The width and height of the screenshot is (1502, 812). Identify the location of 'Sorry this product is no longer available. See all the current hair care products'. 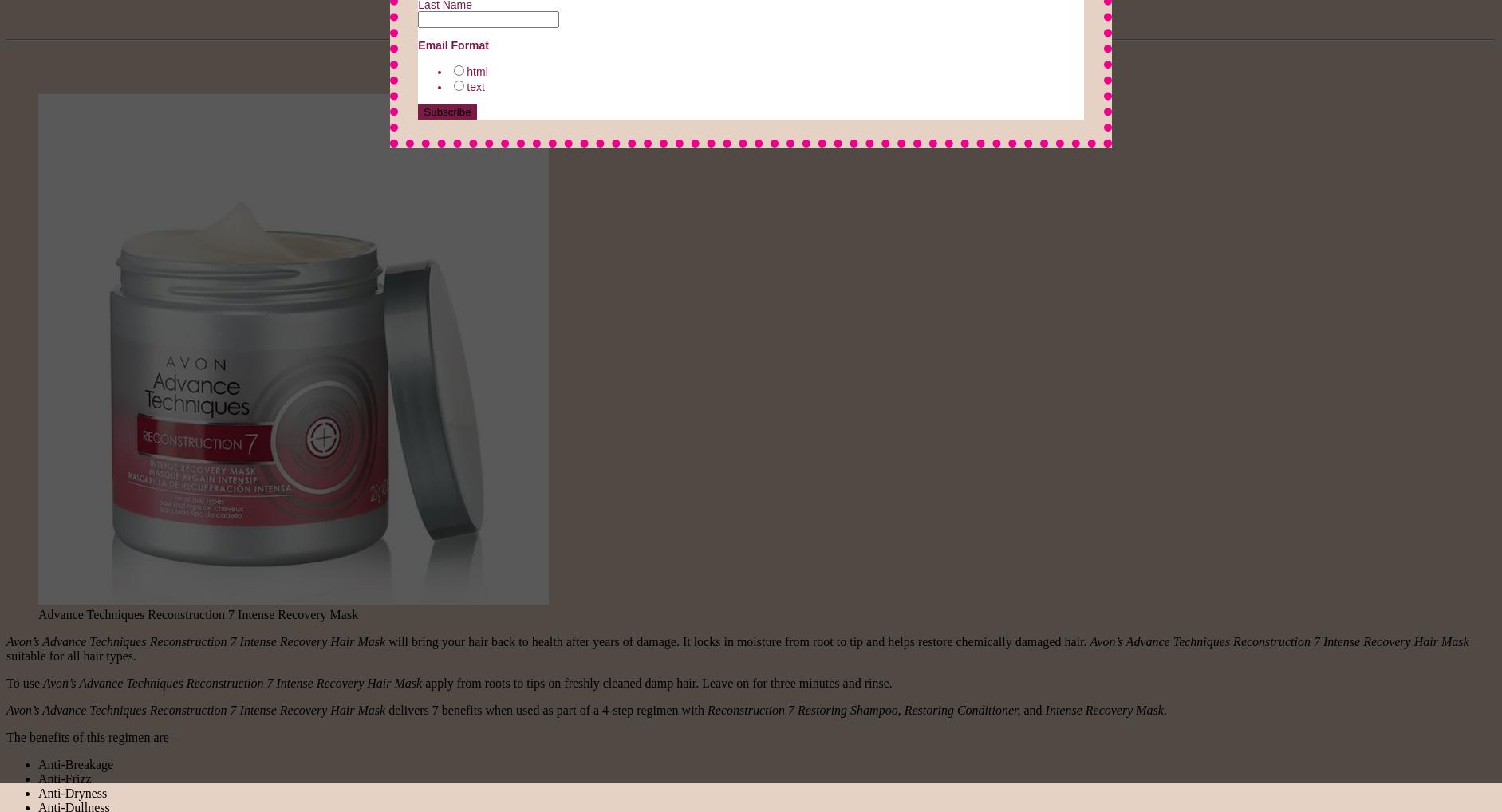
(735, 13).